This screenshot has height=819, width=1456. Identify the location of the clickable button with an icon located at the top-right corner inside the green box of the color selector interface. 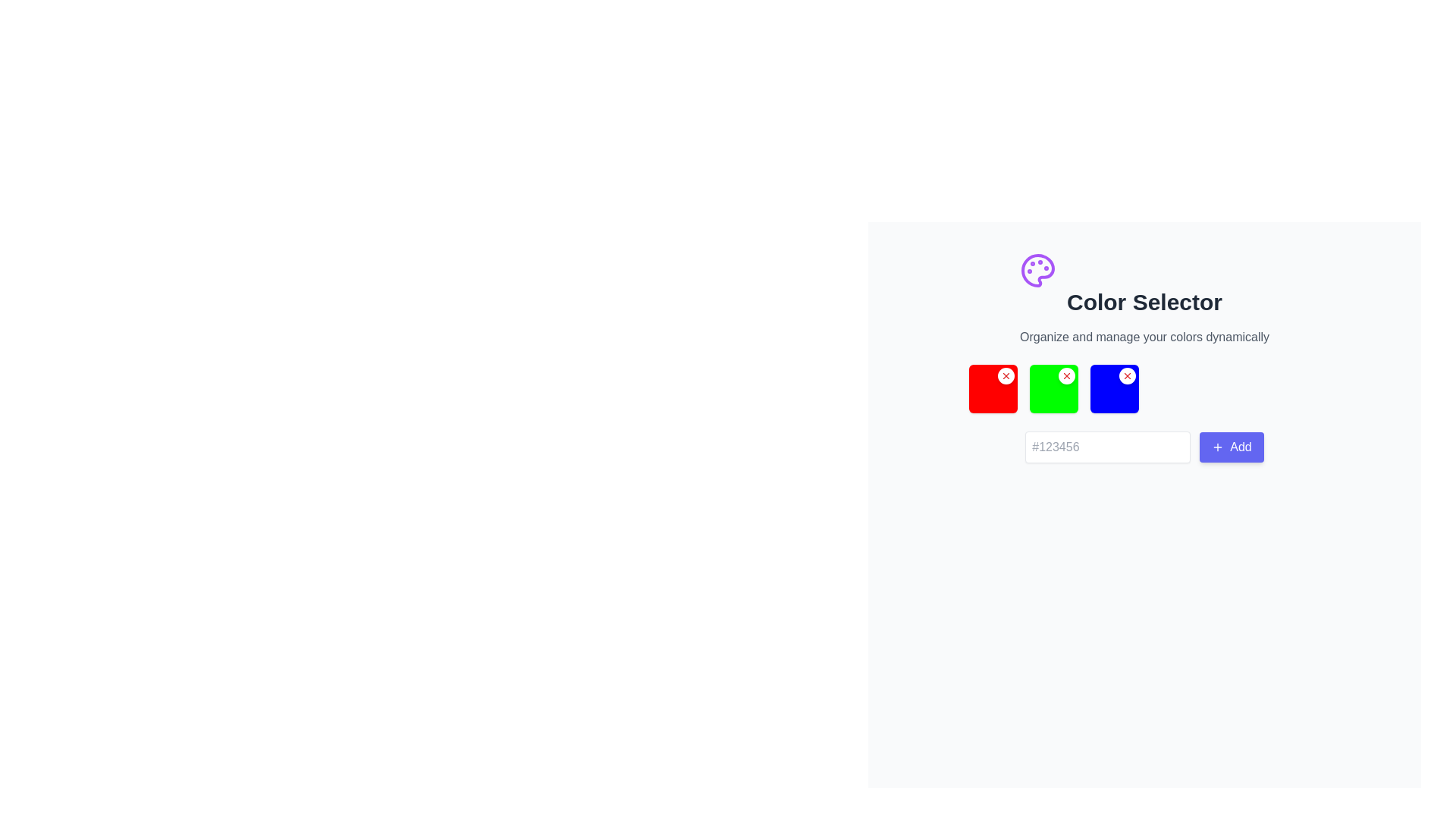
(1065, 375).